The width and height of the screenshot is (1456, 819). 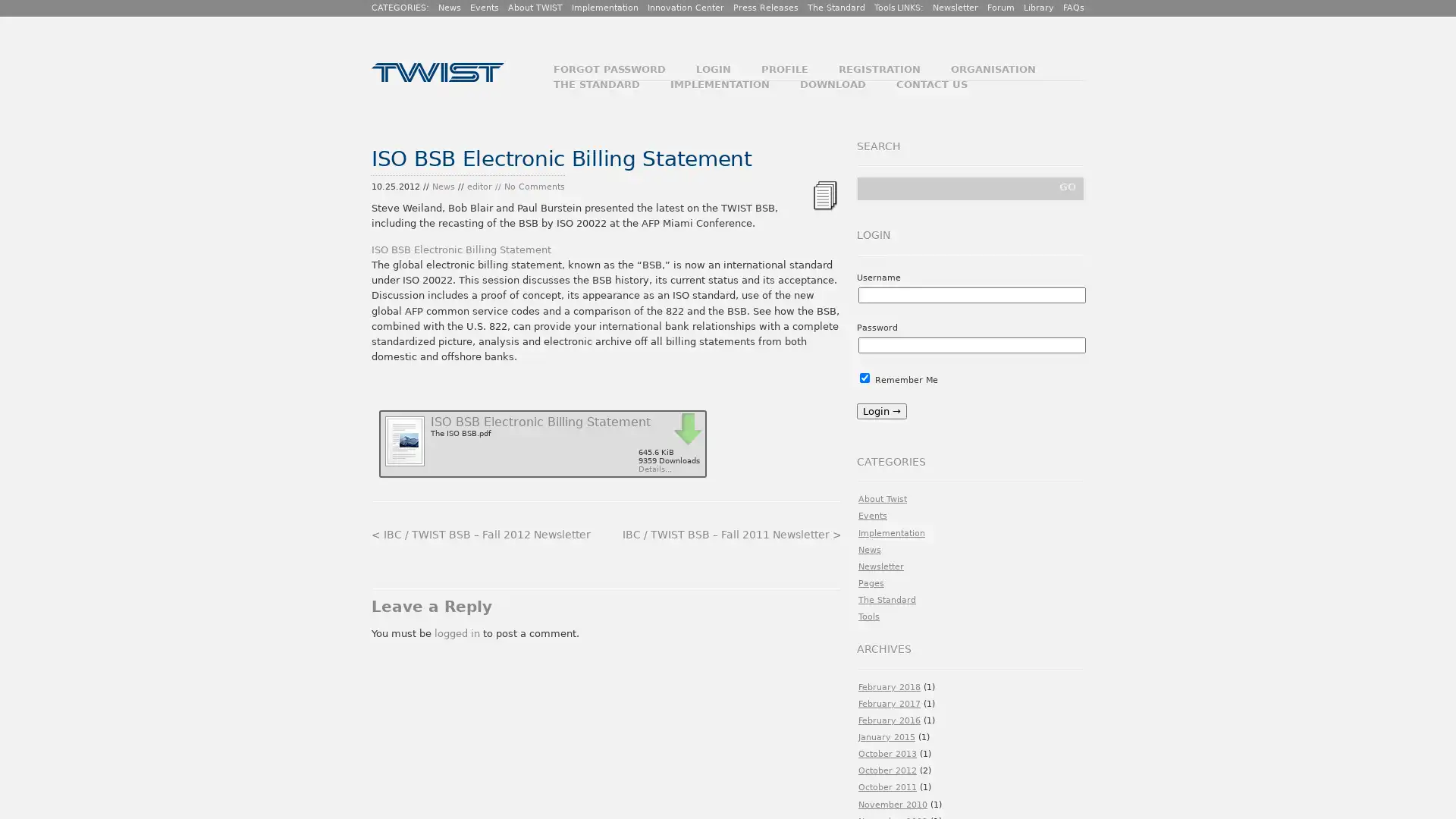 What do you see at coordinates (1066, 186) in the screenshot?
I see `GO` at bounding box center [1066, 186].